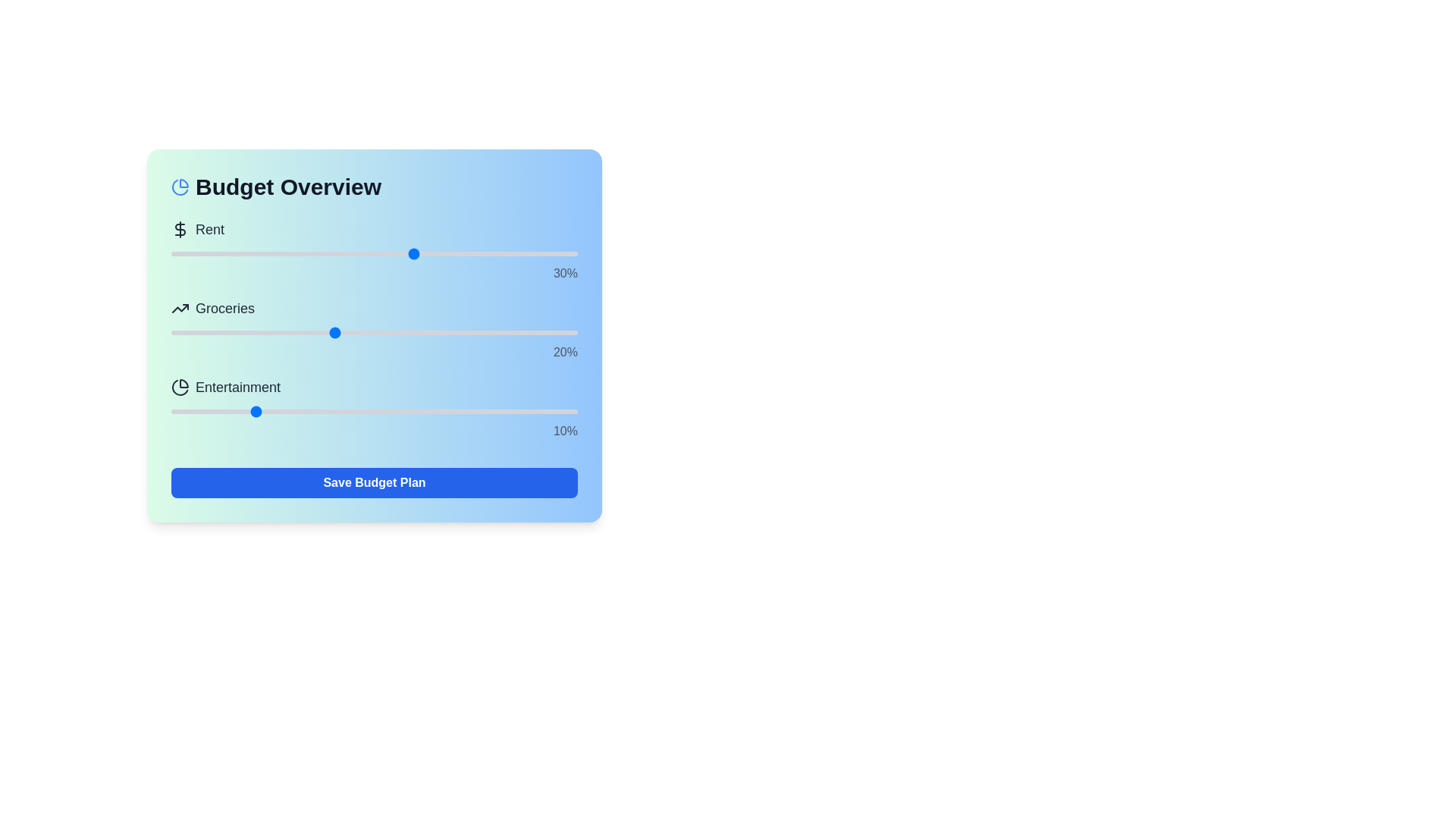 This screenshot has width=1456, height=819. I want to click on the top-right slice of the pie chart icon, which has a black stroke and no fill color, so click(184, 183).